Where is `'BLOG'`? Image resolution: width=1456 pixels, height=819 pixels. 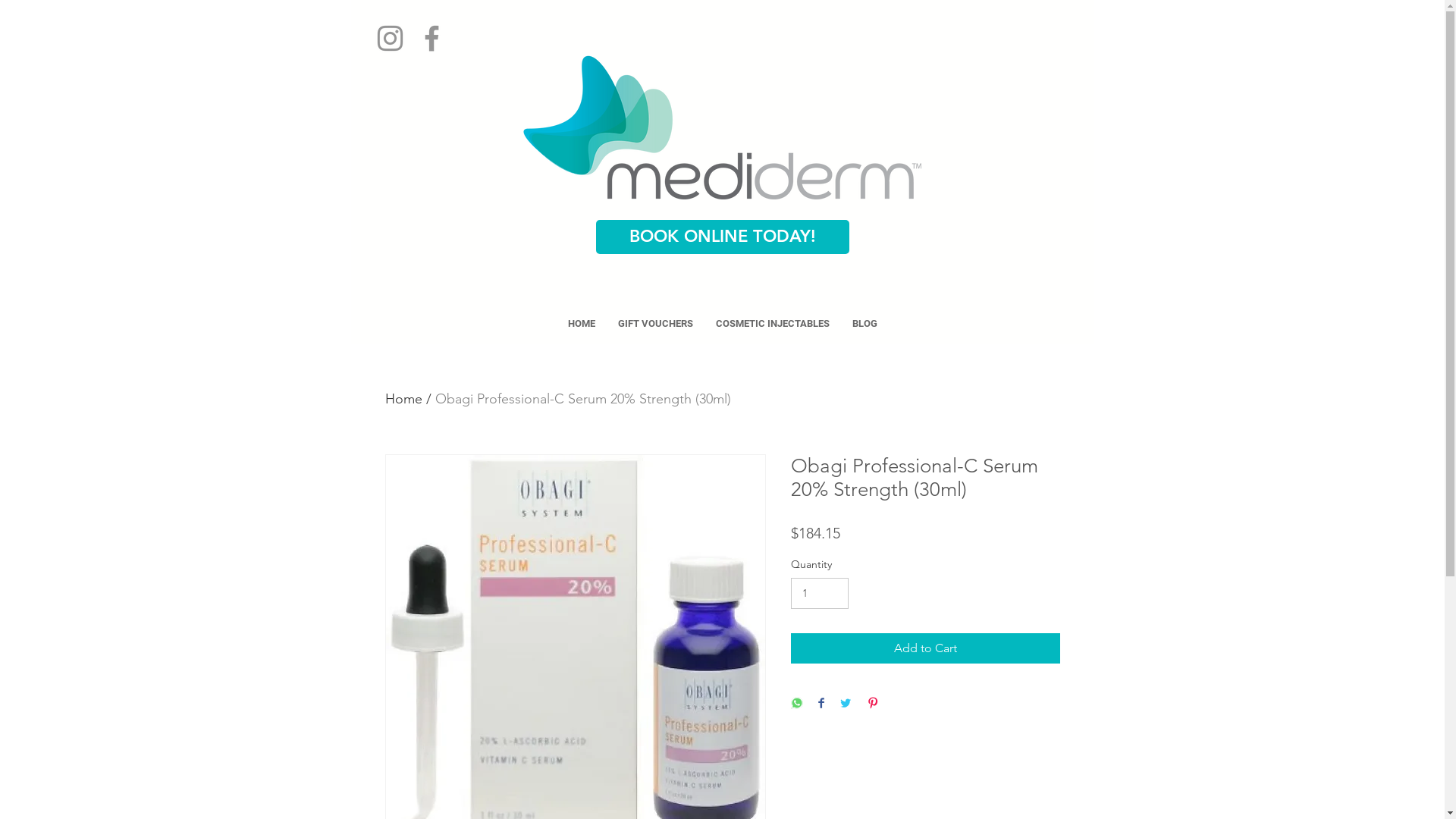 'BLOG' is located at coordinates (864, 323).